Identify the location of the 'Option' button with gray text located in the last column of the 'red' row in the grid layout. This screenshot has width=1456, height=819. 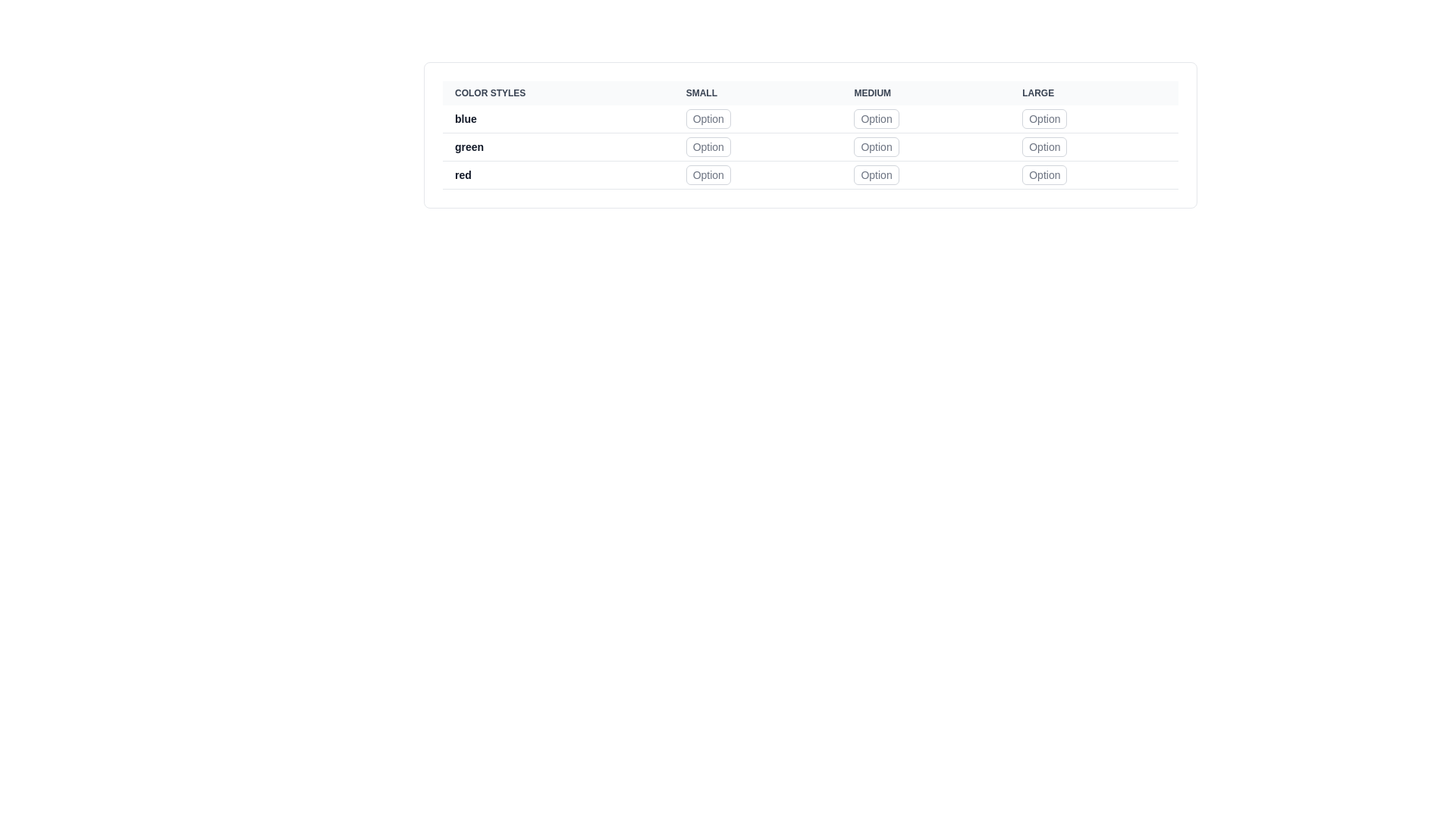
(1094, 174).